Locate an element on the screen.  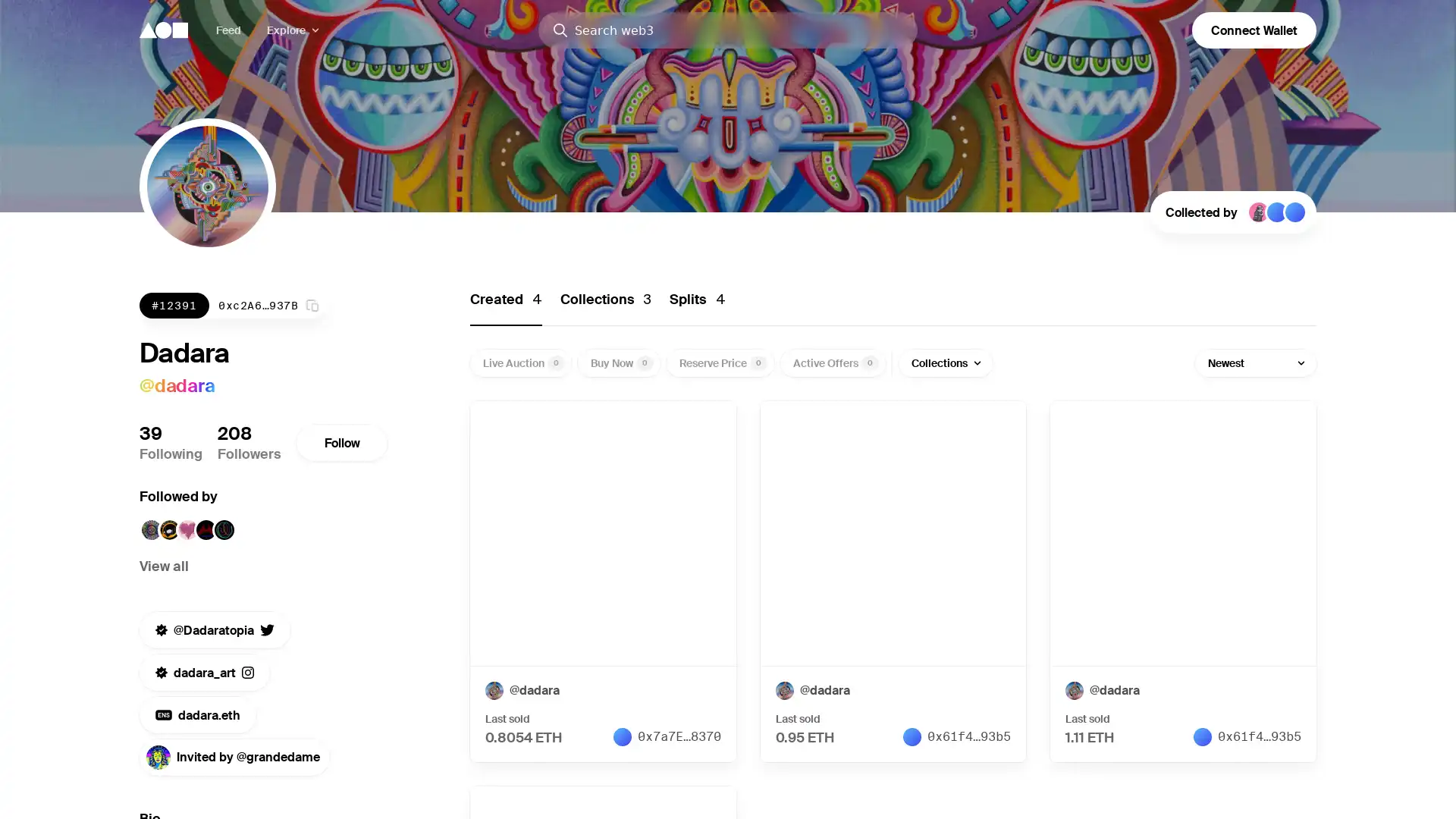
Active Offers 0 is located at coordinates (832, 362).